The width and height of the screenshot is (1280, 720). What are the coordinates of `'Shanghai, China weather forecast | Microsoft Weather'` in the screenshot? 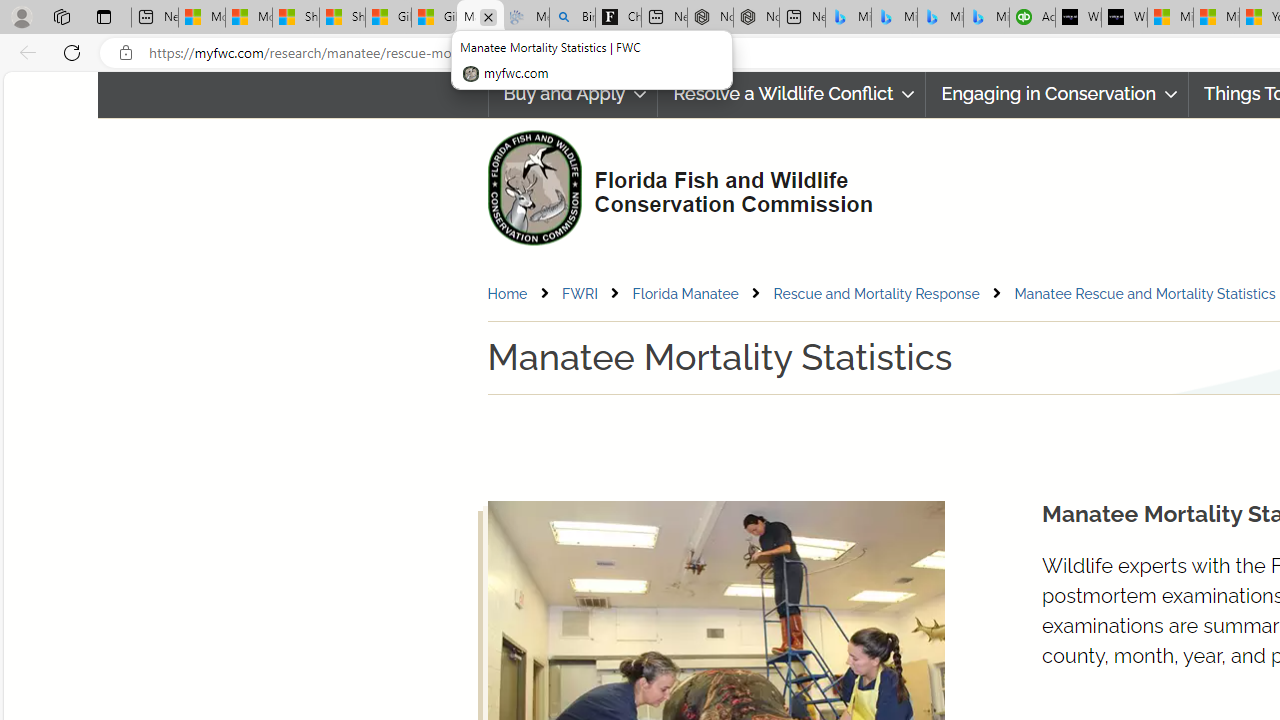 It's located at (342, 17).